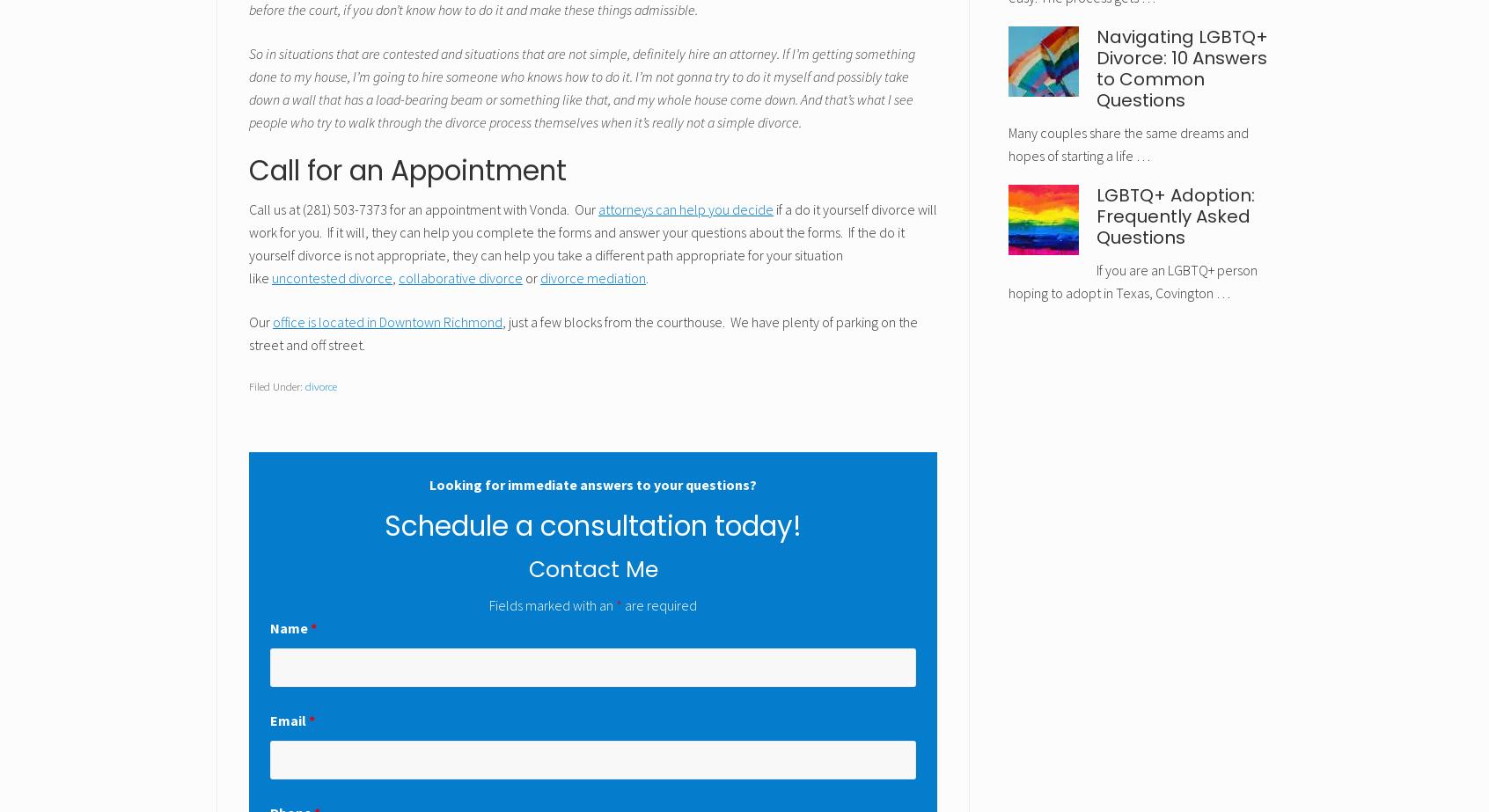 The width and height of the screenshot is (1489, 812). What do you see at coordinates (592, 243) in the screenshot?
I see `'if a do it yourself divorce will work for you.  If it will, they can help you complete the forms and answer your questions about the forms.  If the do it yourself divorce is not appropriate, they can help you take a different path appropriate for your situation like'` at bounding box center [592, 243].